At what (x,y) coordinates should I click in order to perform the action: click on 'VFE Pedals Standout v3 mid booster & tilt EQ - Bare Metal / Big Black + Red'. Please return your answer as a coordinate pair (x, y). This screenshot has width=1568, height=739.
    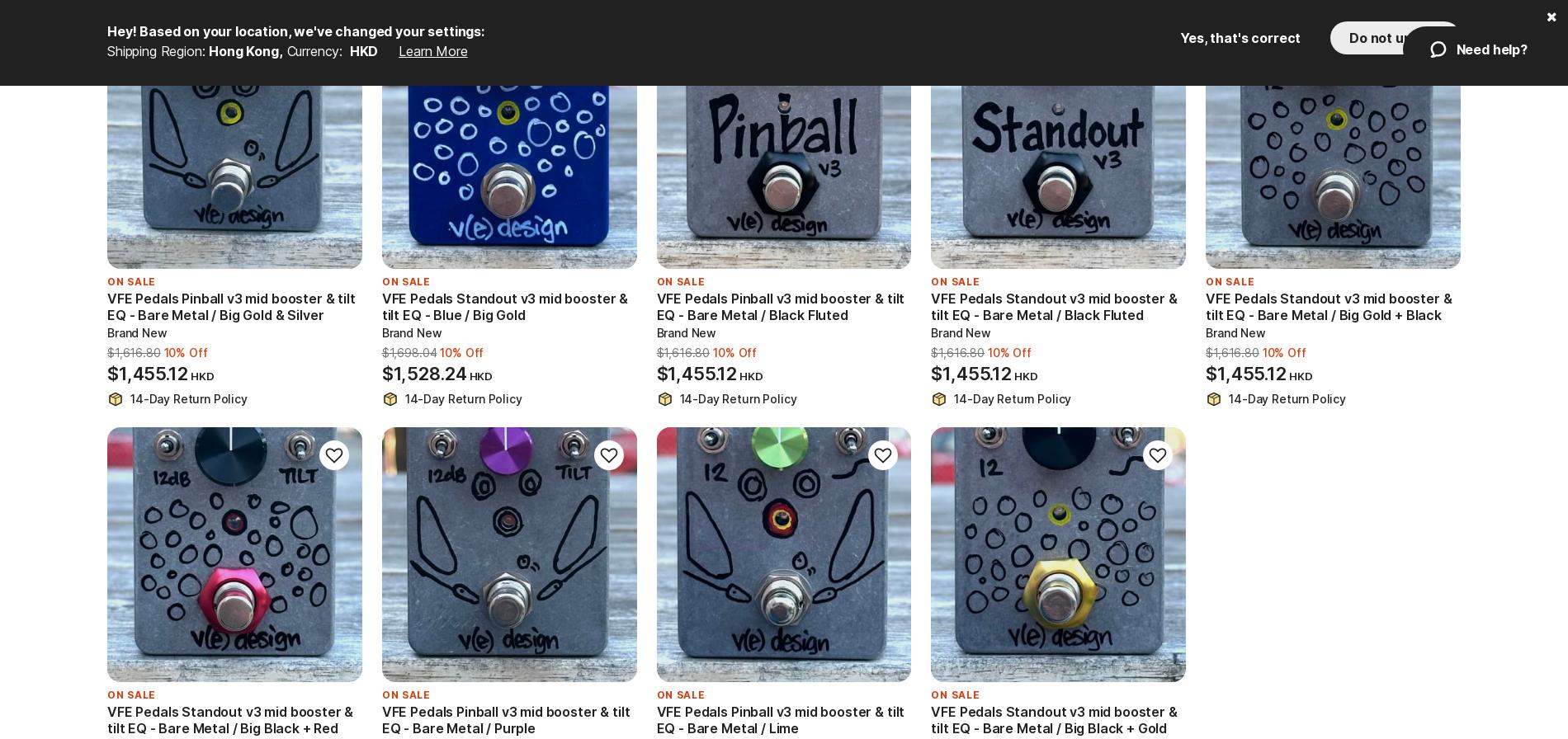
    Looking at the image, I should click on (229, 719).